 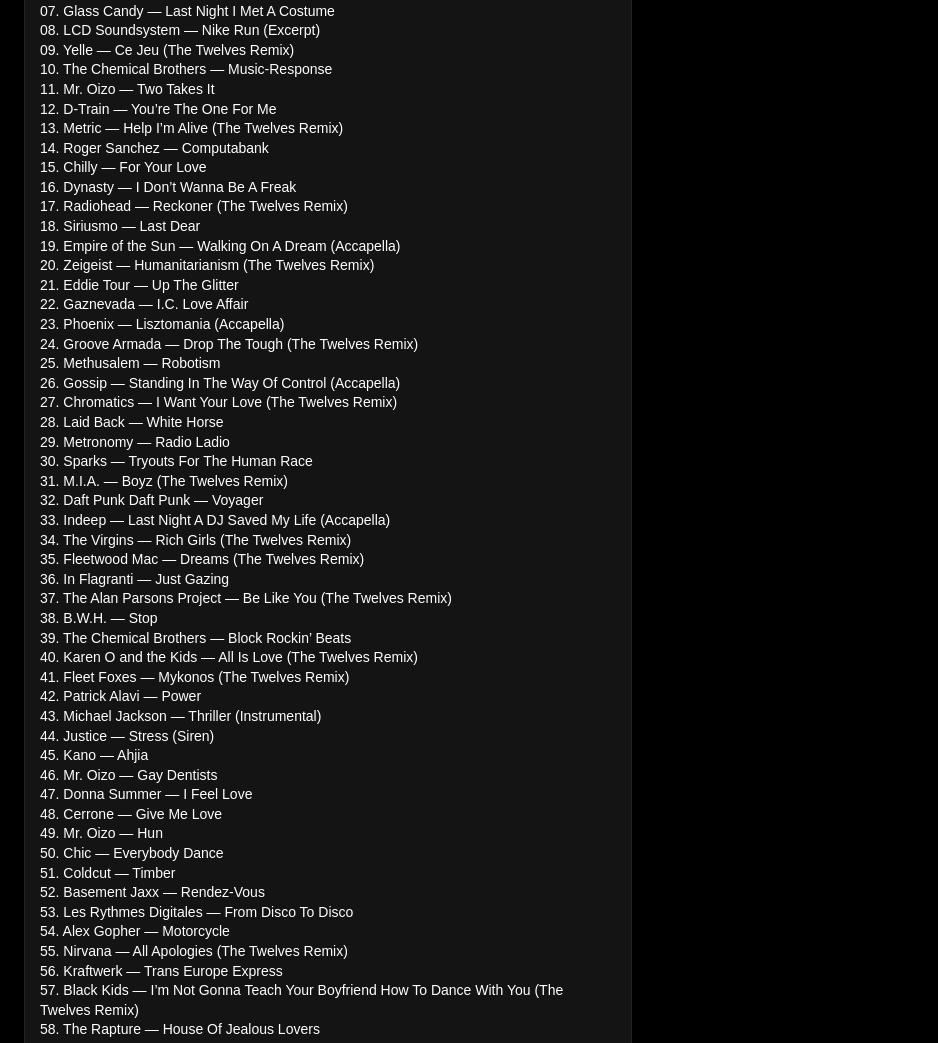 What do you see at coordinates (106, 871) in the screenshot?
I see `'51. Coldcut — Timber'` at bounding box center [106, 871].